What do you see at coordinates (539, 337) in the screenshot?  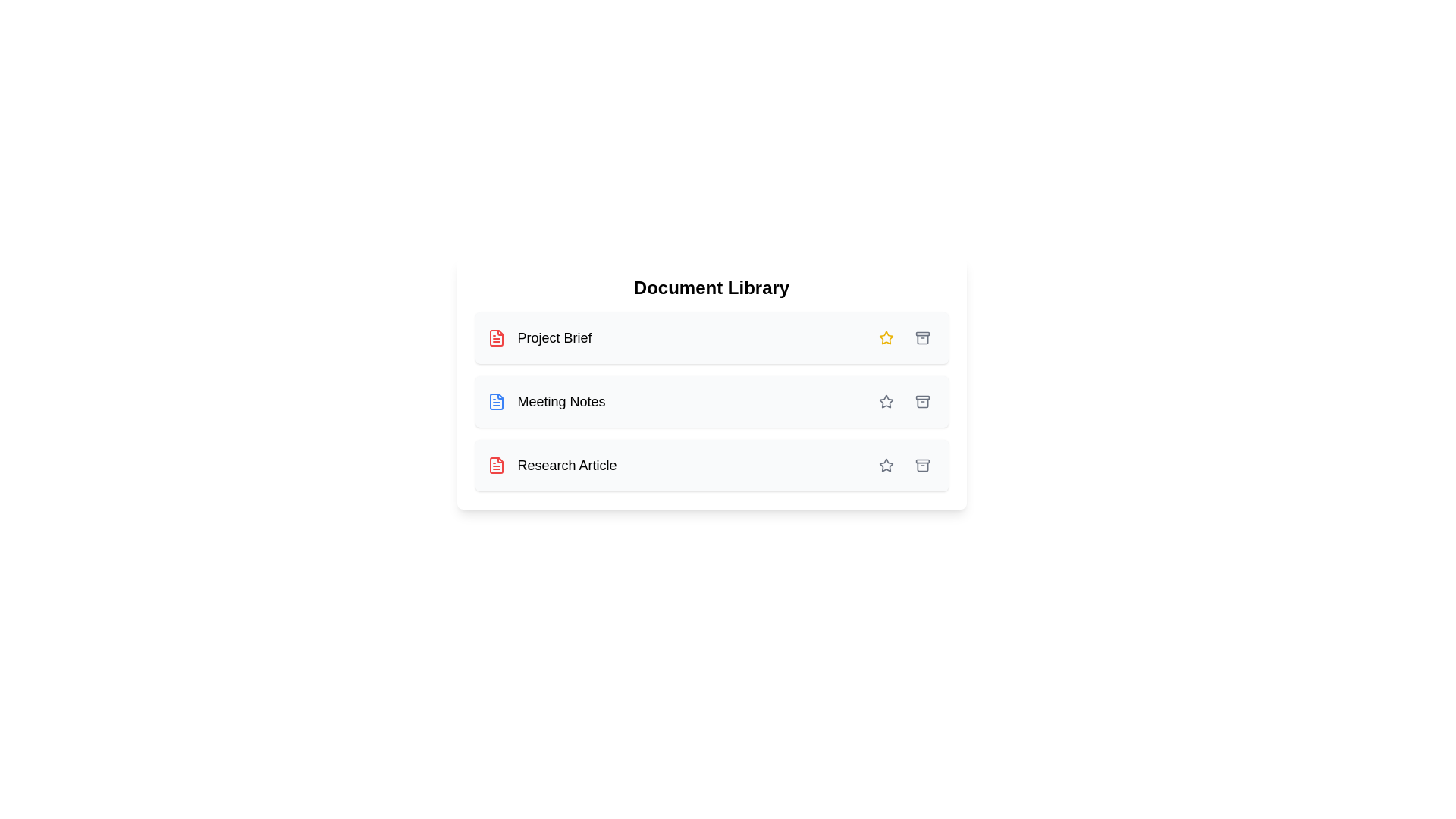 I see `the document named Project Brief to view its details` at bounding box center [539, 337].